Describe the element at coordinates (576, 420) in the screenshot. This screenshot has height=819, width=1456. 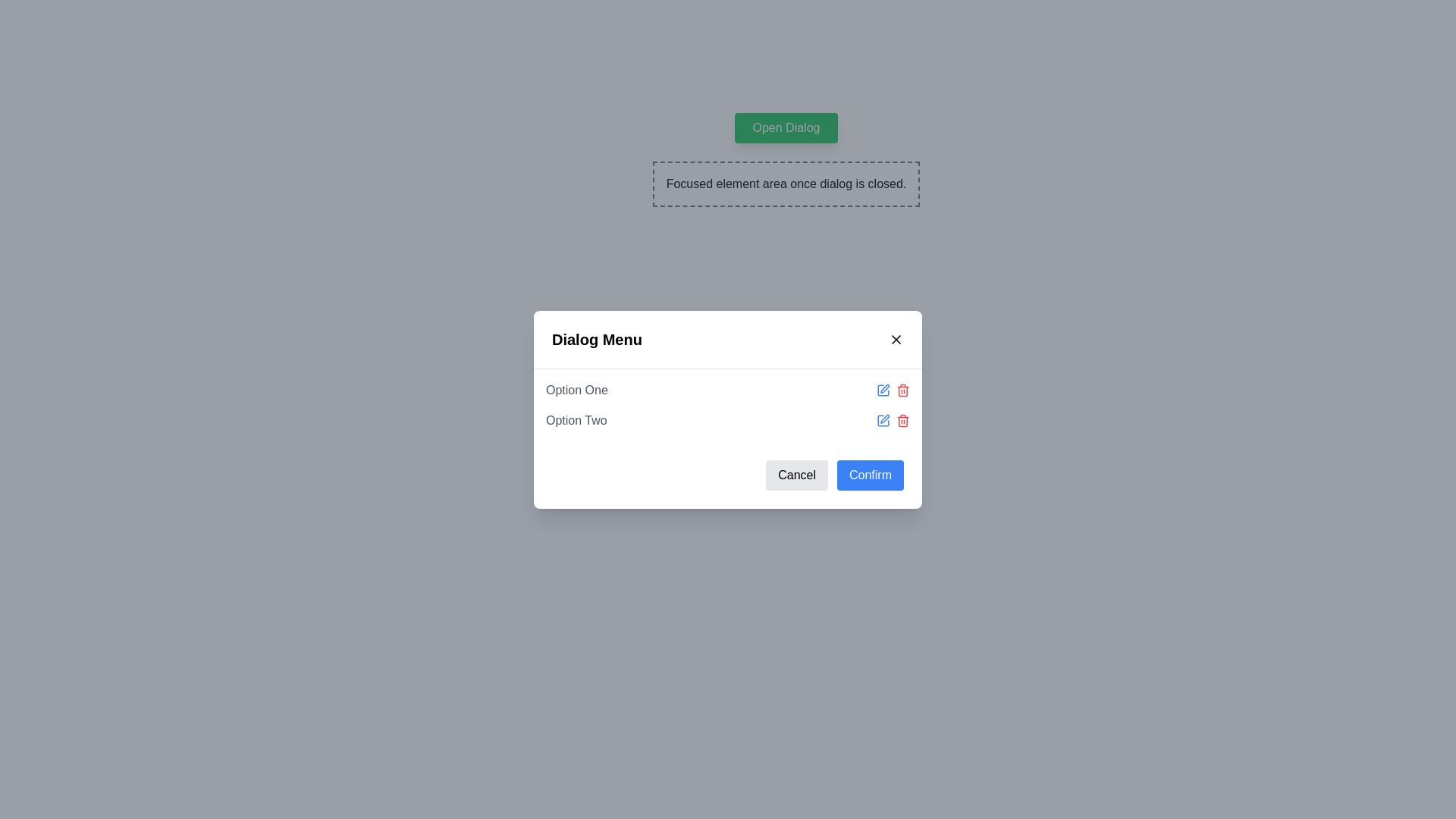
I see `the static text label displaying 'Option Two' in a gray font, which is located beneath the 'Option One' label within a dialog box` at that location.